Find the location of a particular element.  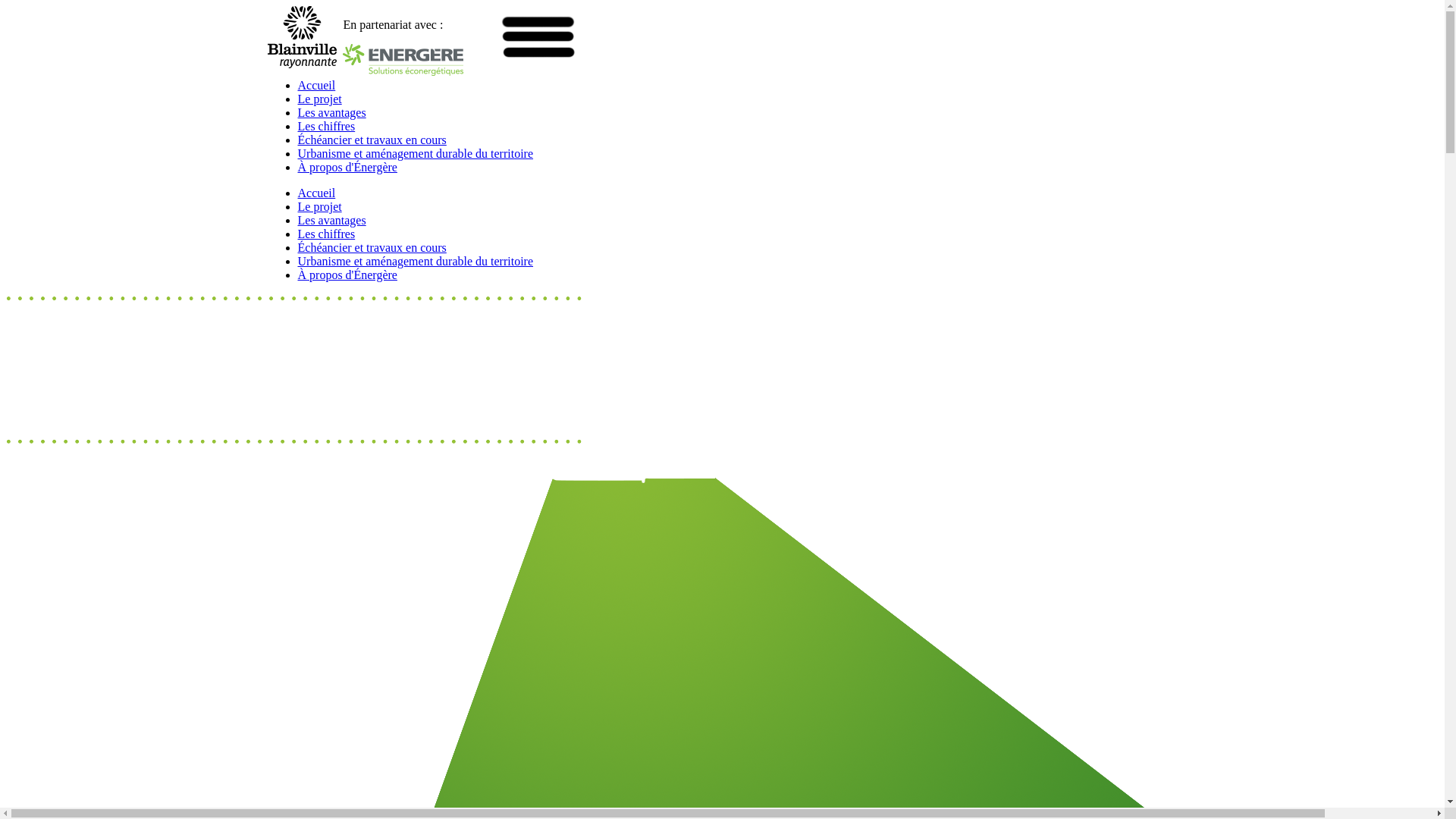

'Accueil' is located at coordinates (315, 192).